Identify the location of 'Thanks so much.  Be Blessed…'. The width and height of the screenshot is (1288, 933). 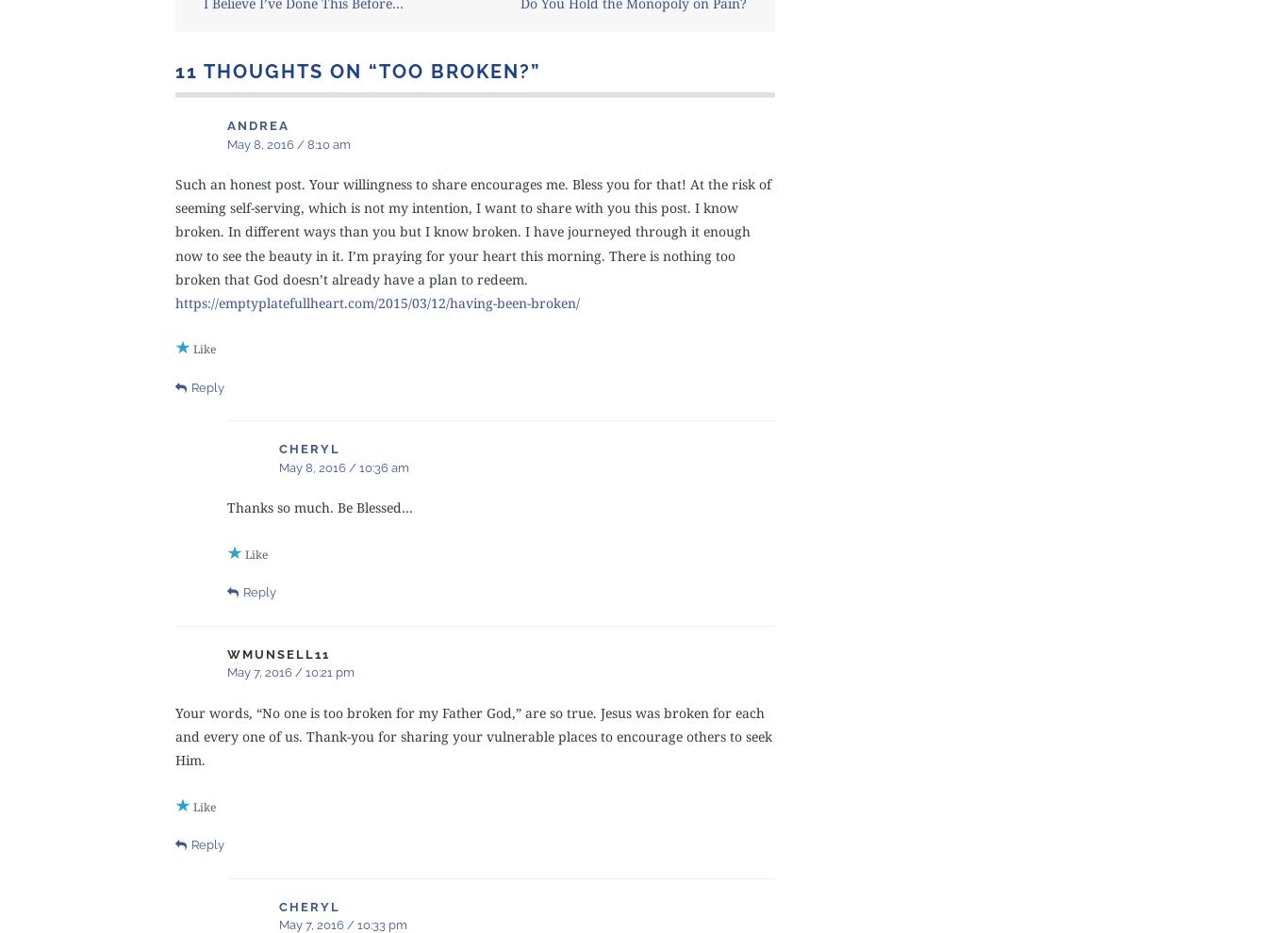
(320, 506).